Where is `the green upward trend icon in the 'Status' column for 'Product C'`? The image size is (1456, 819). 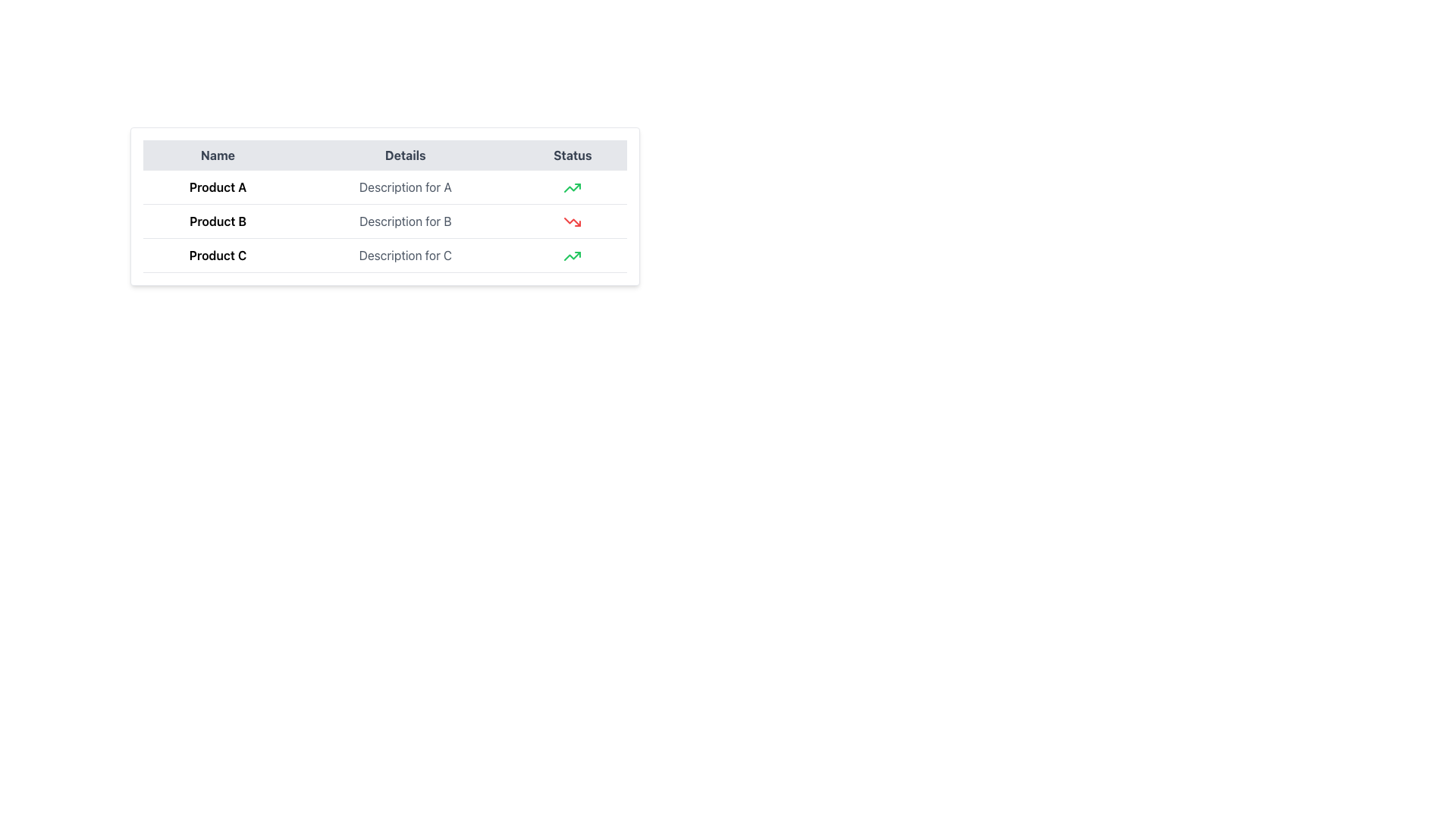 the green upward trend icon in the 'Status' column for 'Product C' is located at coordinates (572, 187).